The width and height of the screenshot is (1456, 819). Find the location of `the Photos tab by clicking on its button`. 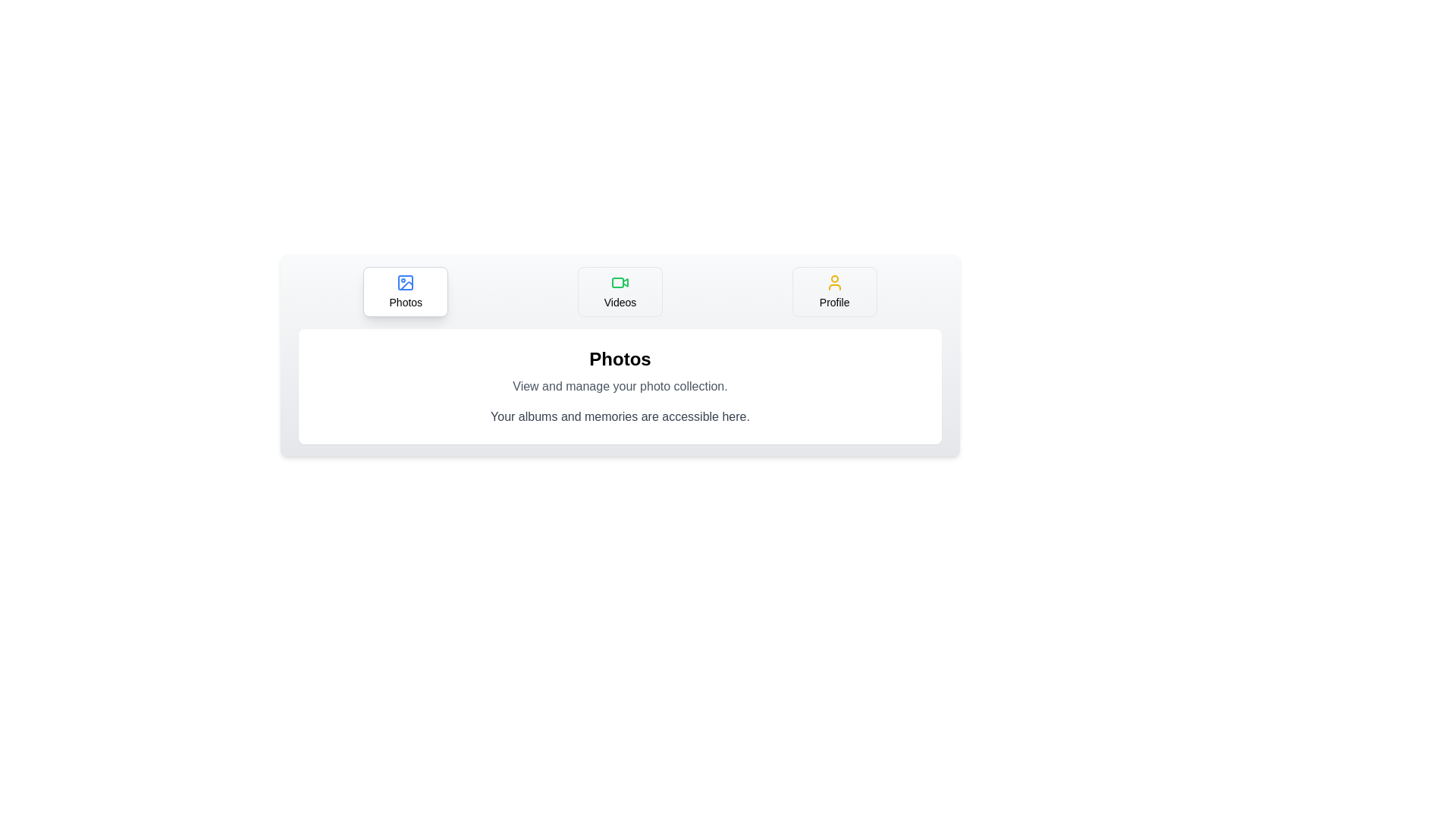

the Photos tab by clicking on its button is located at coordinates (406, 292).